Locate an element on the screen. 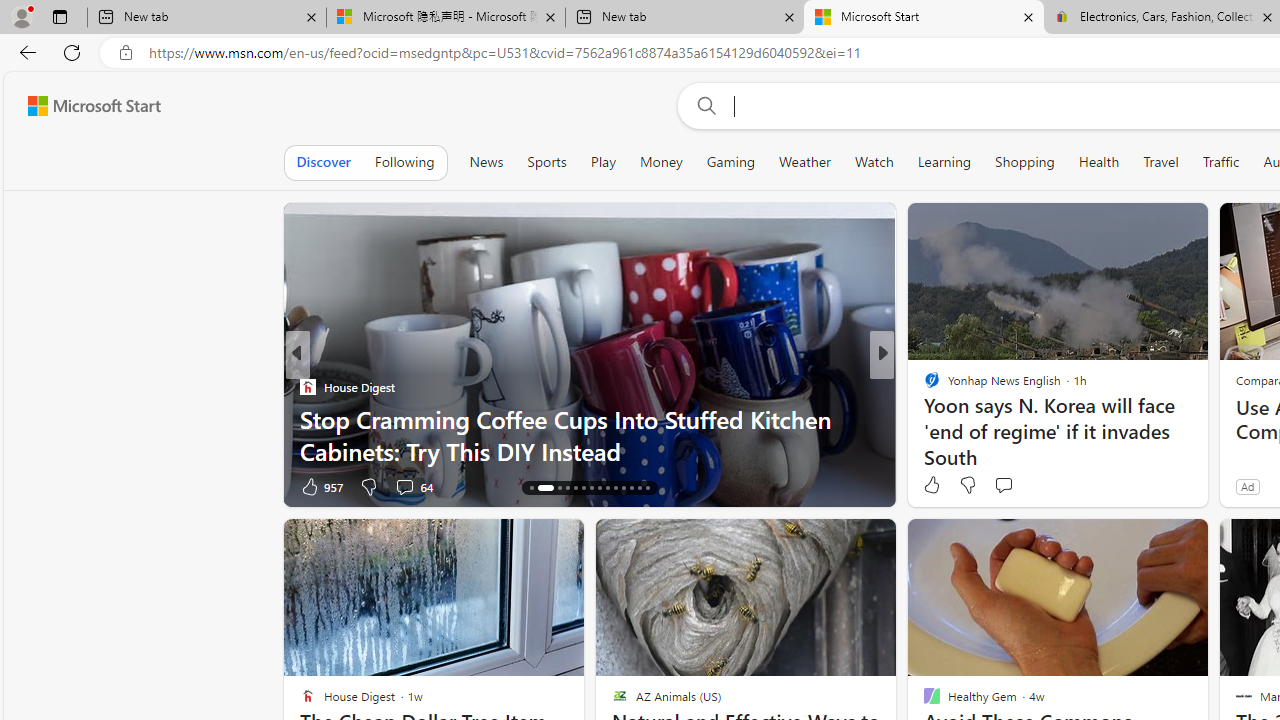 The height and width of the screenshot is (720, 1280). 'AutomationID: tab-25' is located at coordinates (623, 488).